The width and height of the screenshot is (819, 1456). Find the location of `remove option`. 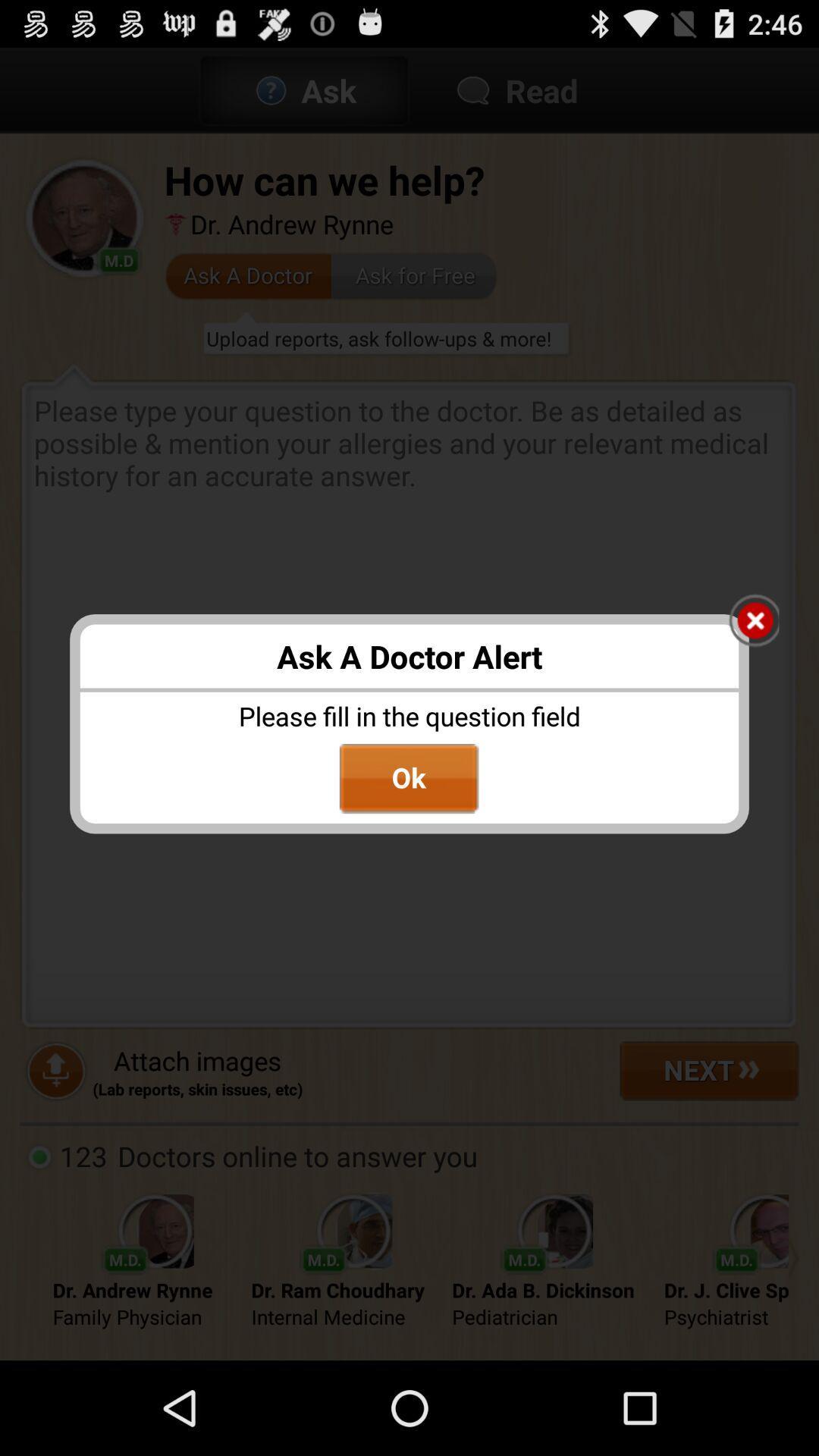

remove option is located at coordinates (754, 622).